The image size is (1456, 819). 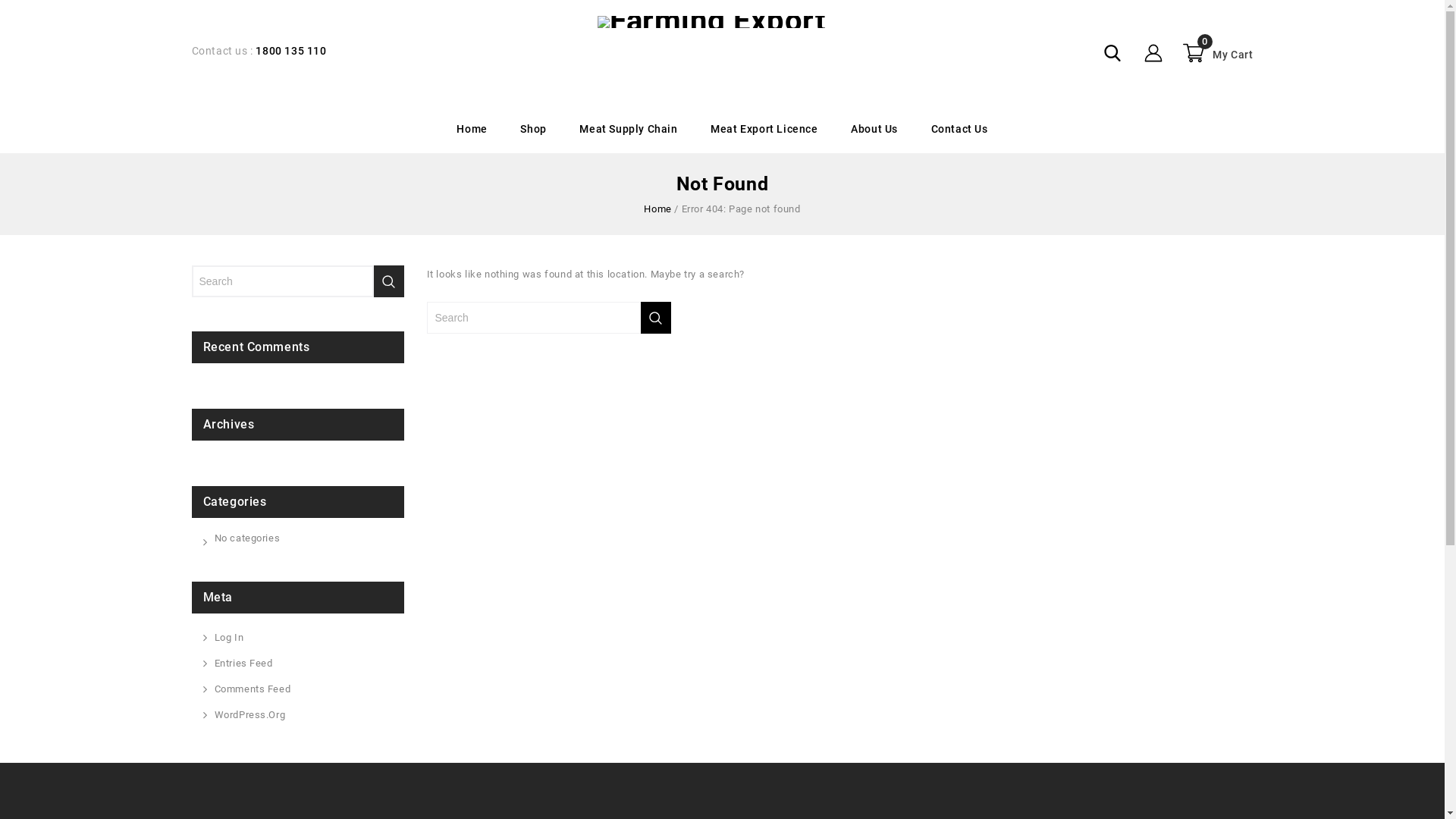 I want to click on 'Meat Export Licence', so click(x=764, y=128).